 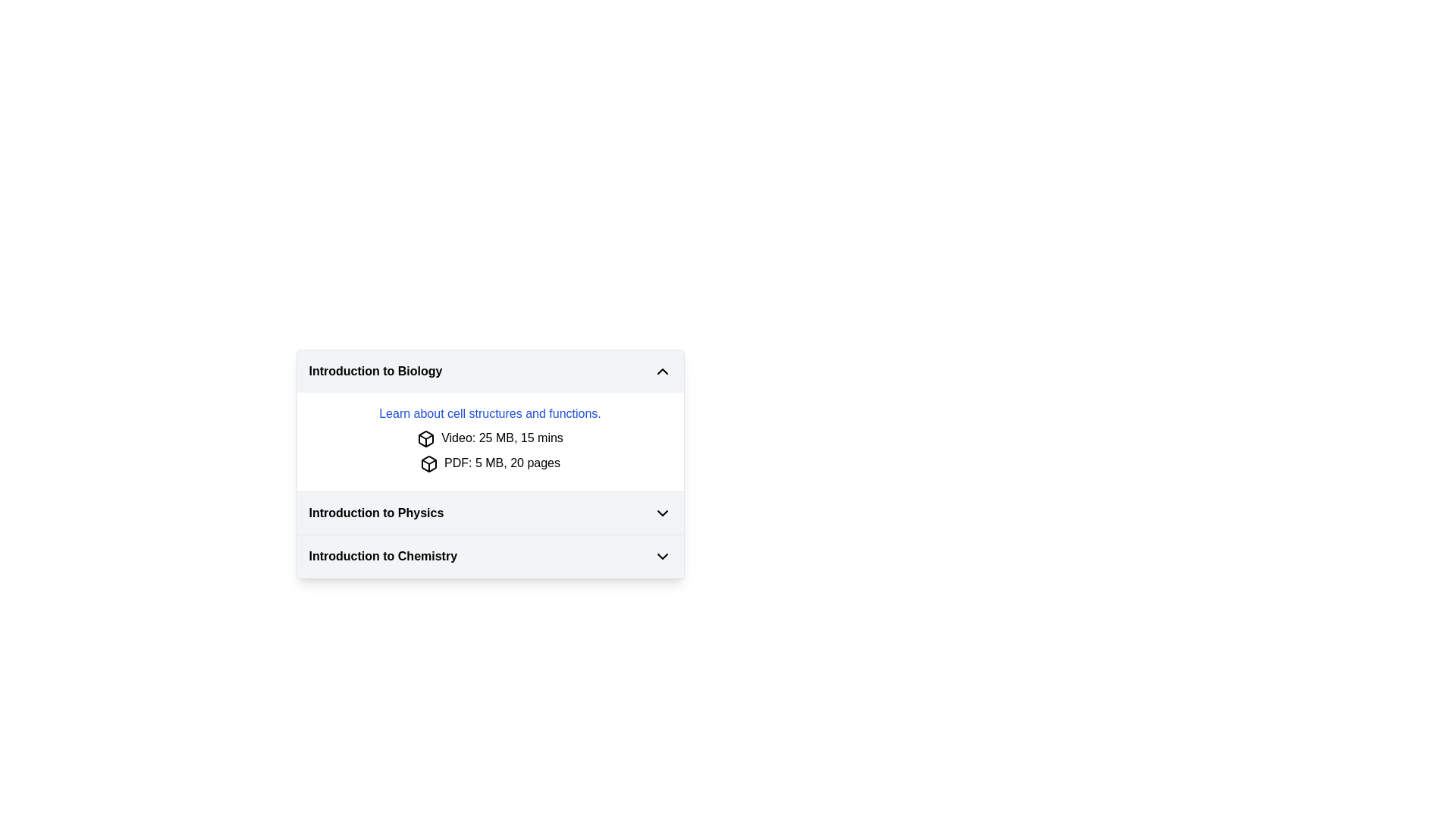 What do you see at coordinates (490, 512) in the screenshot?
I see `the middle Expandable List Item located between 'Introduction to Biology' and 'Introduction to Chemistry'` at bounding box center [490, 512].